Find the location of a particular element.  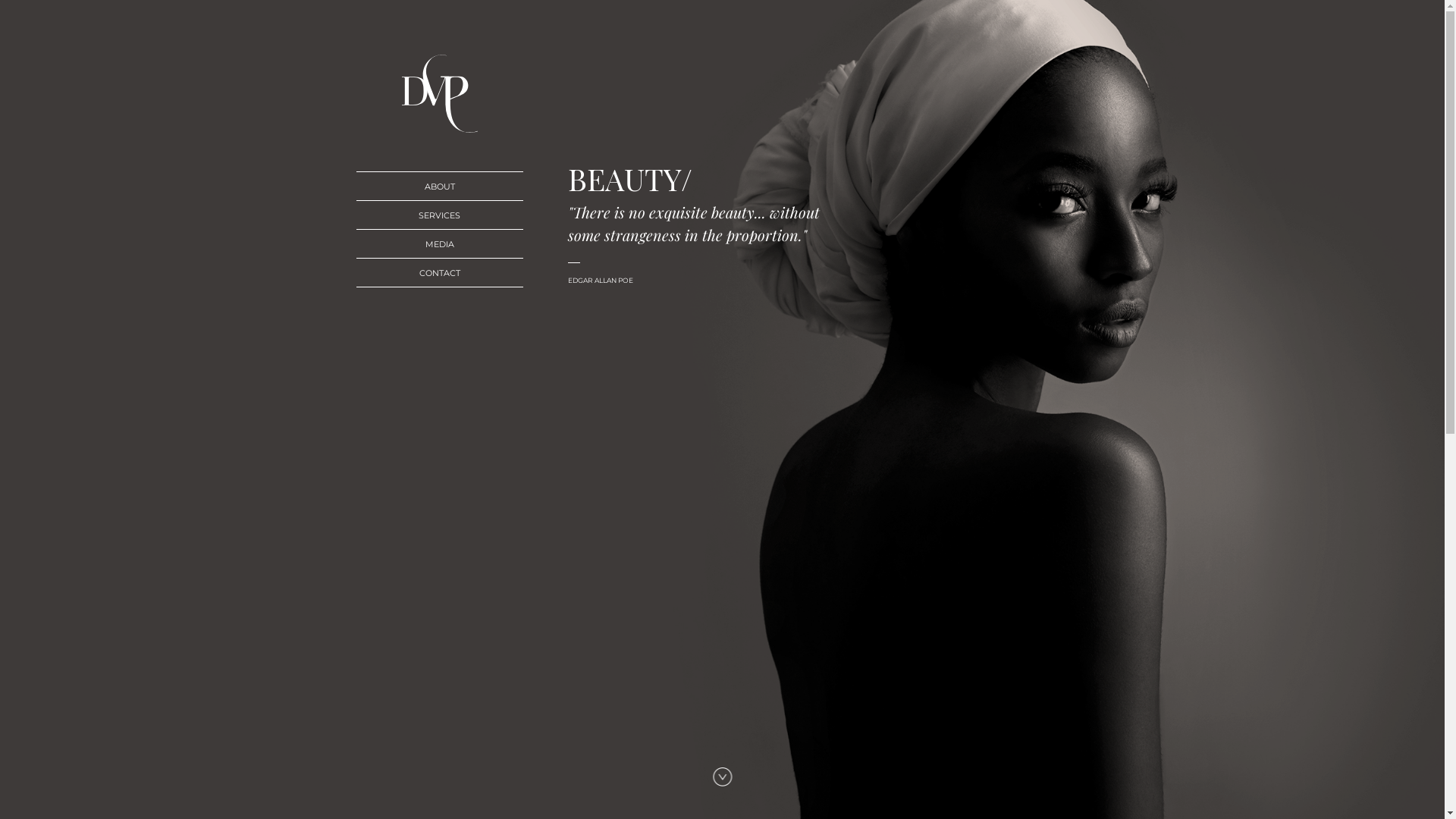

'SERVICES' is located at coordinates (439, 215).